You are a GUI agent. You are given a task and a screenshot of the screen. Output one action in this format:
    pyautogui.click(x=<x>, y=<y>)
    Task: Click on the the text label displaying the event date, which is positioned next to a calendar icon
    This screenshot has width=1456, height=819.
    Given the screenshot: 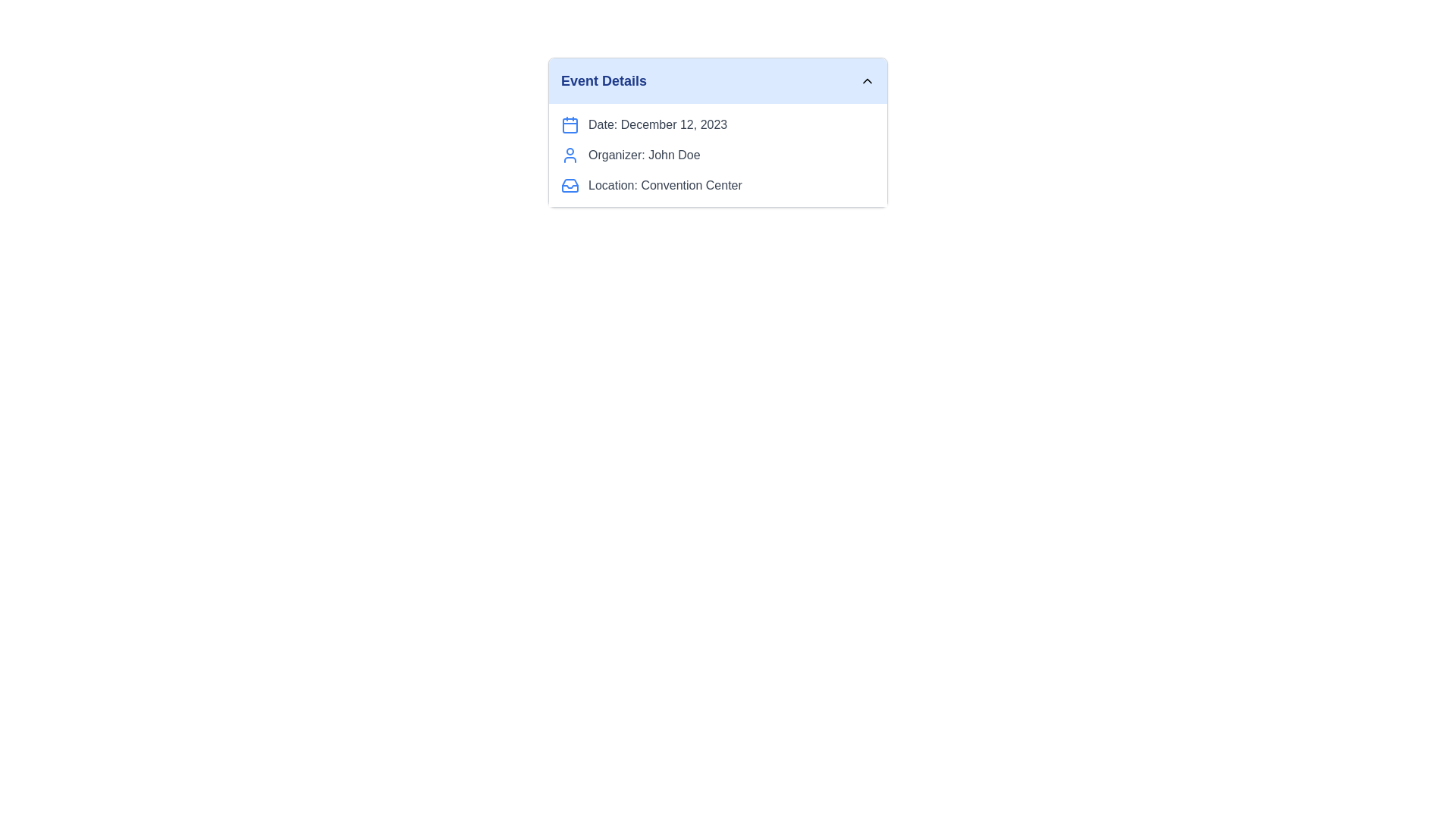 What is the action you would take?
    pyautogui.click(x=657, y=124)
    